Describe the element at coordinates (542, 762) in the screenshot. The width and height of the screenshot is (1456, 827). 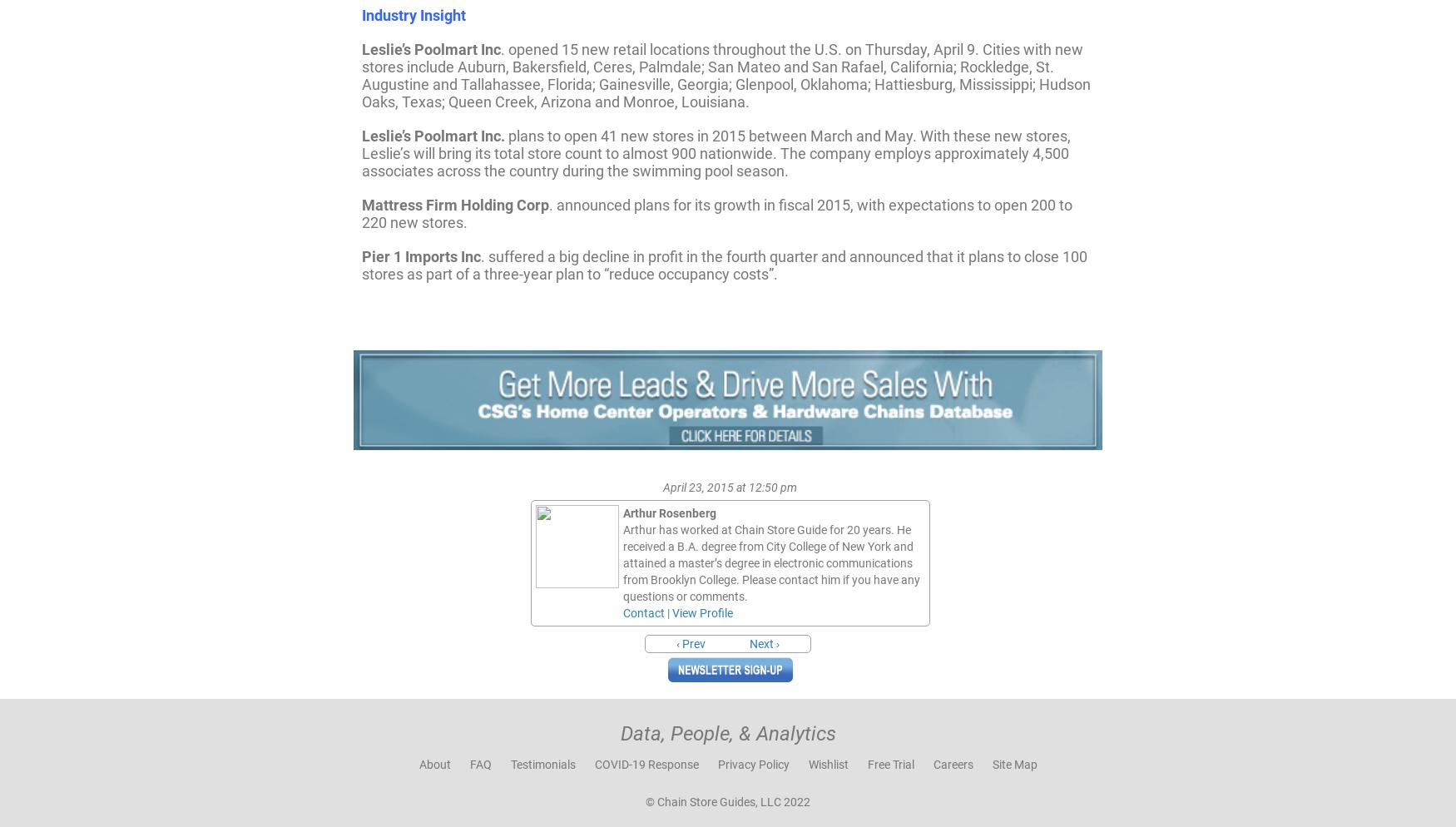
I see `'Testimonials'` at that location.